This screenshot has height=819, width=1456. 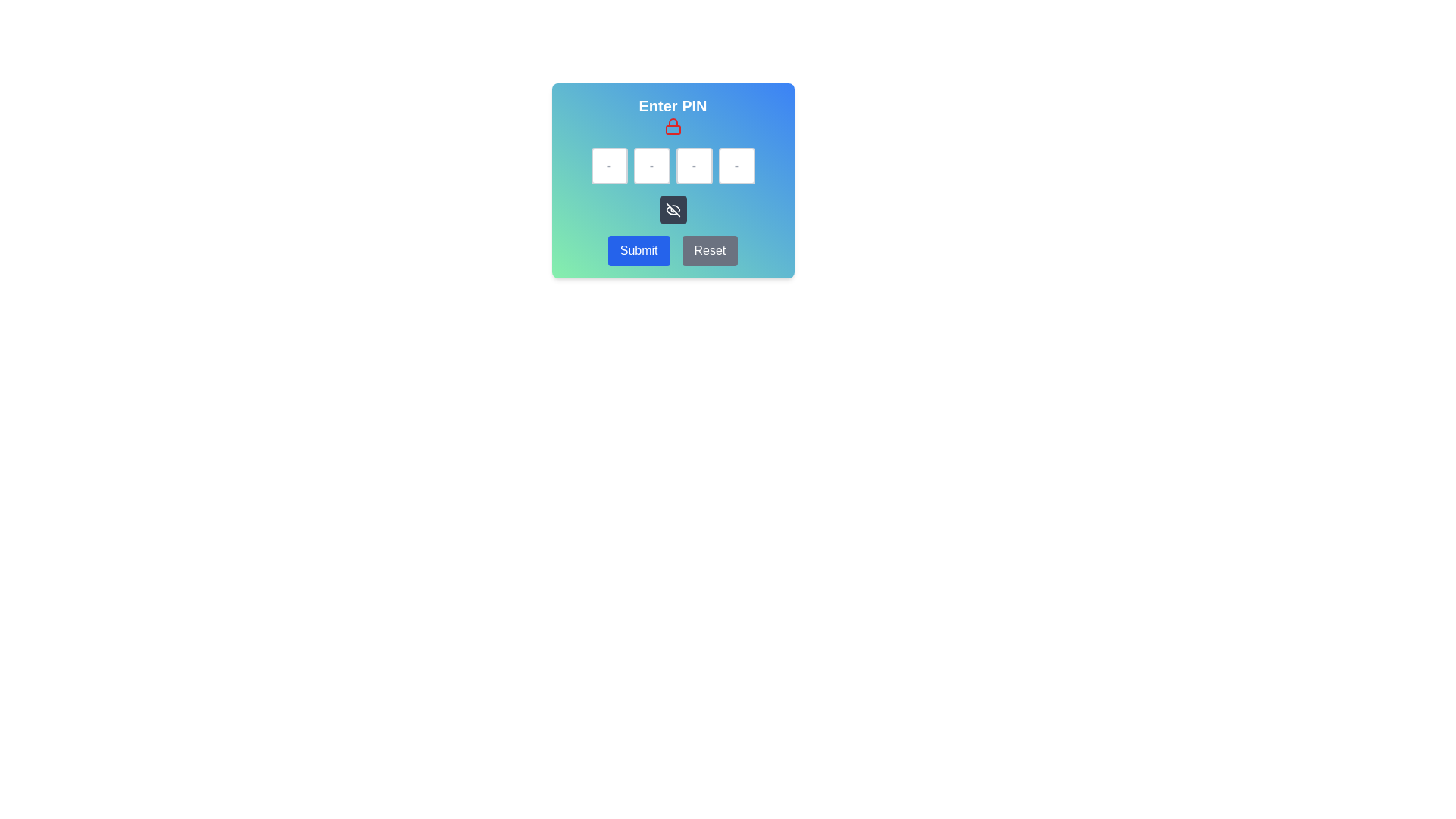 What do you see at coordinates (672, 180) in the screenshot?
I see `the visibility toggle button icon that resembles an eye with a diagonal line, located between the PIN input fields and the action buttons 'Submit' and 'Reset'` at bounding box center [672, 180].